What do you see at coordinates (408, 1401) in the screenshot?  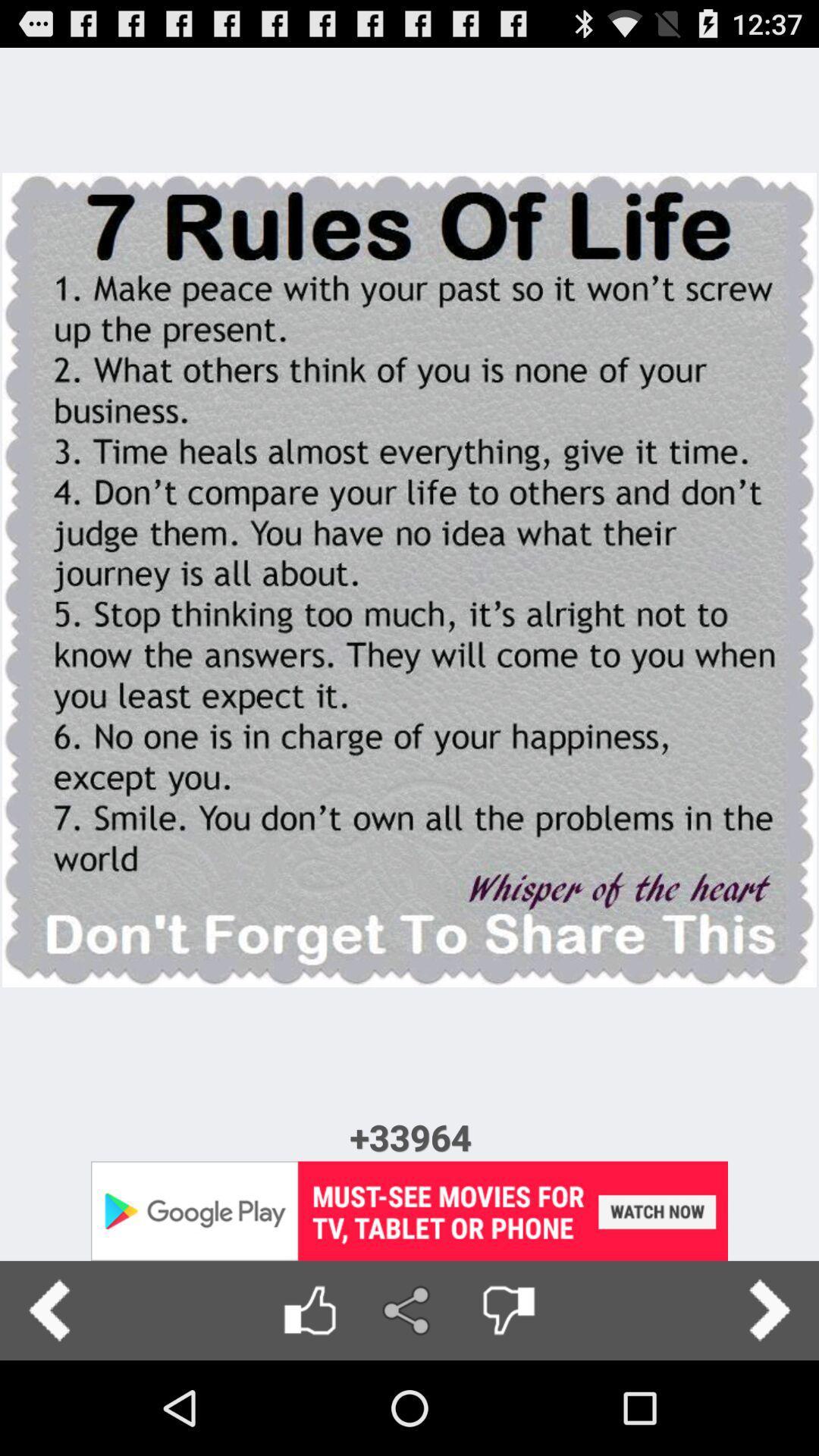 I see `the share icon` at bounding box center [408, 1401].